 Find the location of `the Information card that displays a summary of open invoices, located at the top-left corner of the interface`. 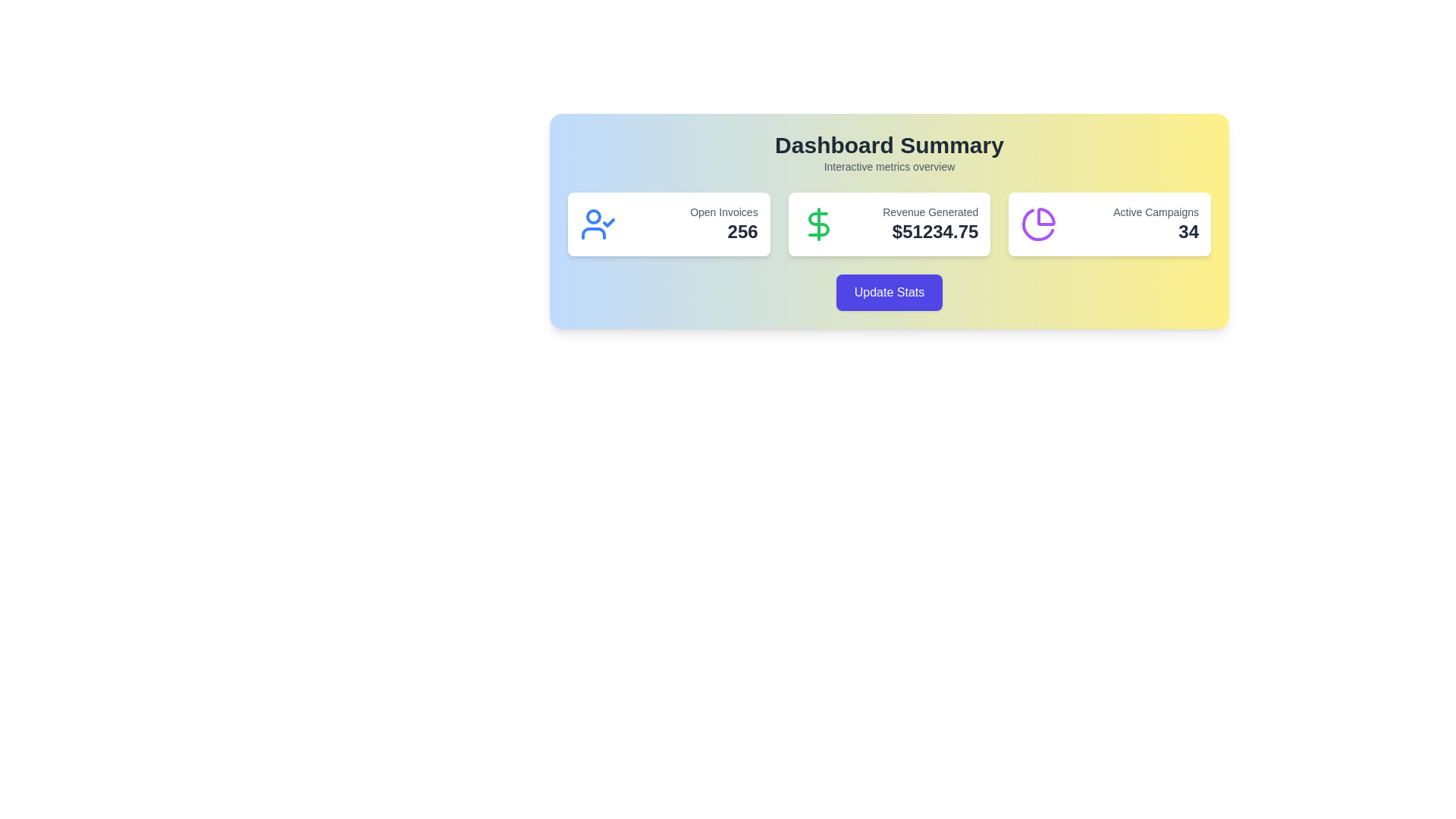

the Information card that displays a summary of open invoices, located at the top-left corner of the interface is located at coordinates (668, 224).